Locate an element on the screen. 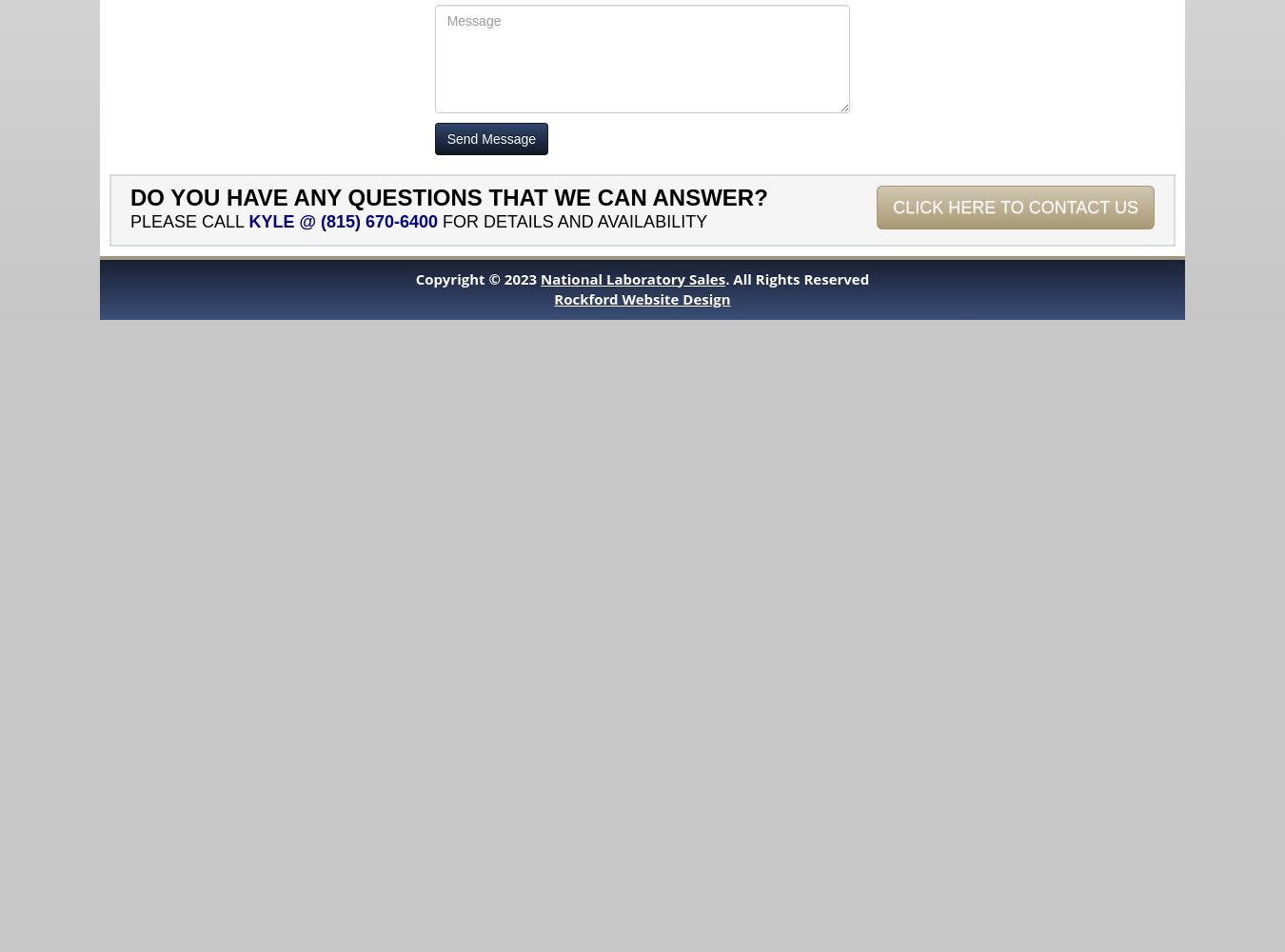 This screenshot has height=952, width=1285. 'Please call' is located at coordinates (188, 220).